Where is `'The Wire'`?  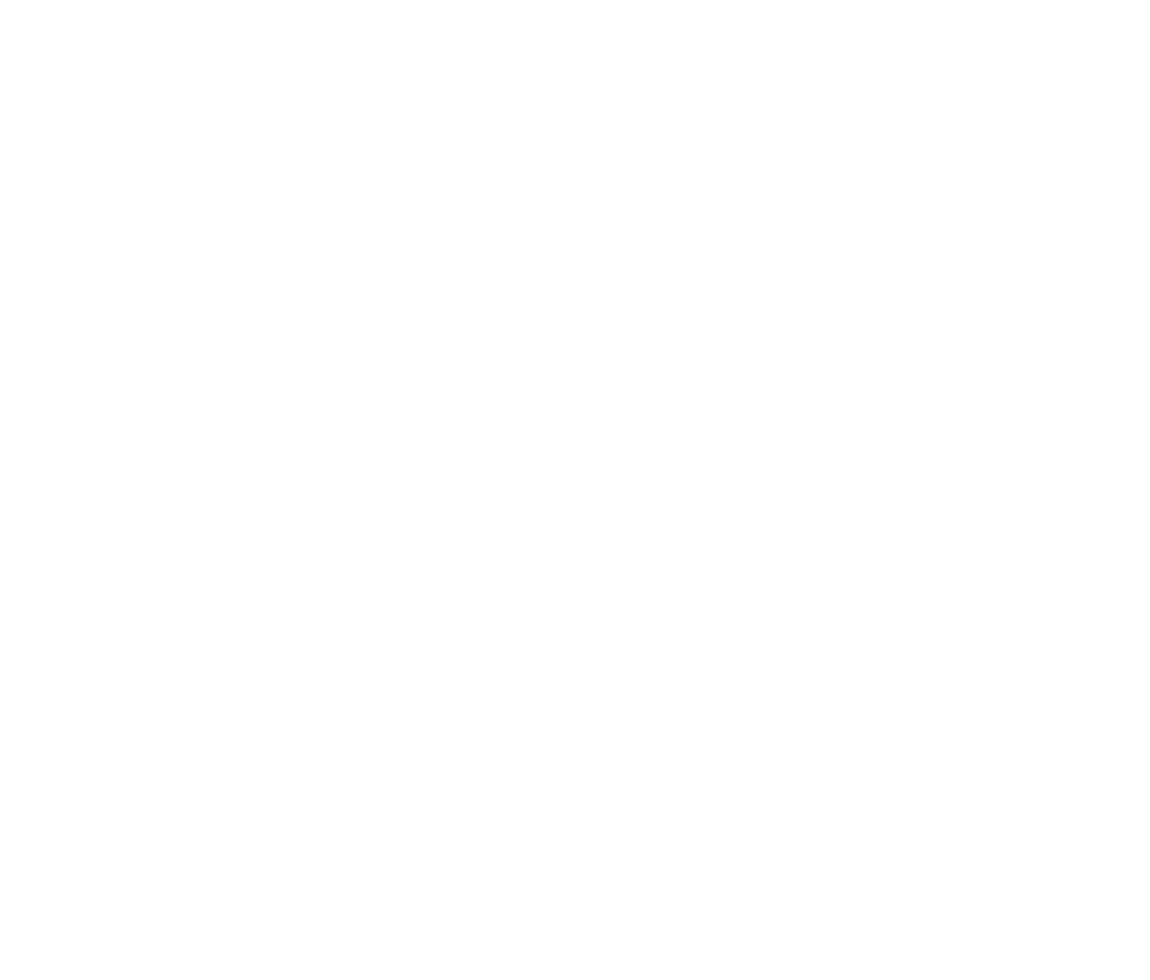
'The Wire' is located at coordinates (313, 168).